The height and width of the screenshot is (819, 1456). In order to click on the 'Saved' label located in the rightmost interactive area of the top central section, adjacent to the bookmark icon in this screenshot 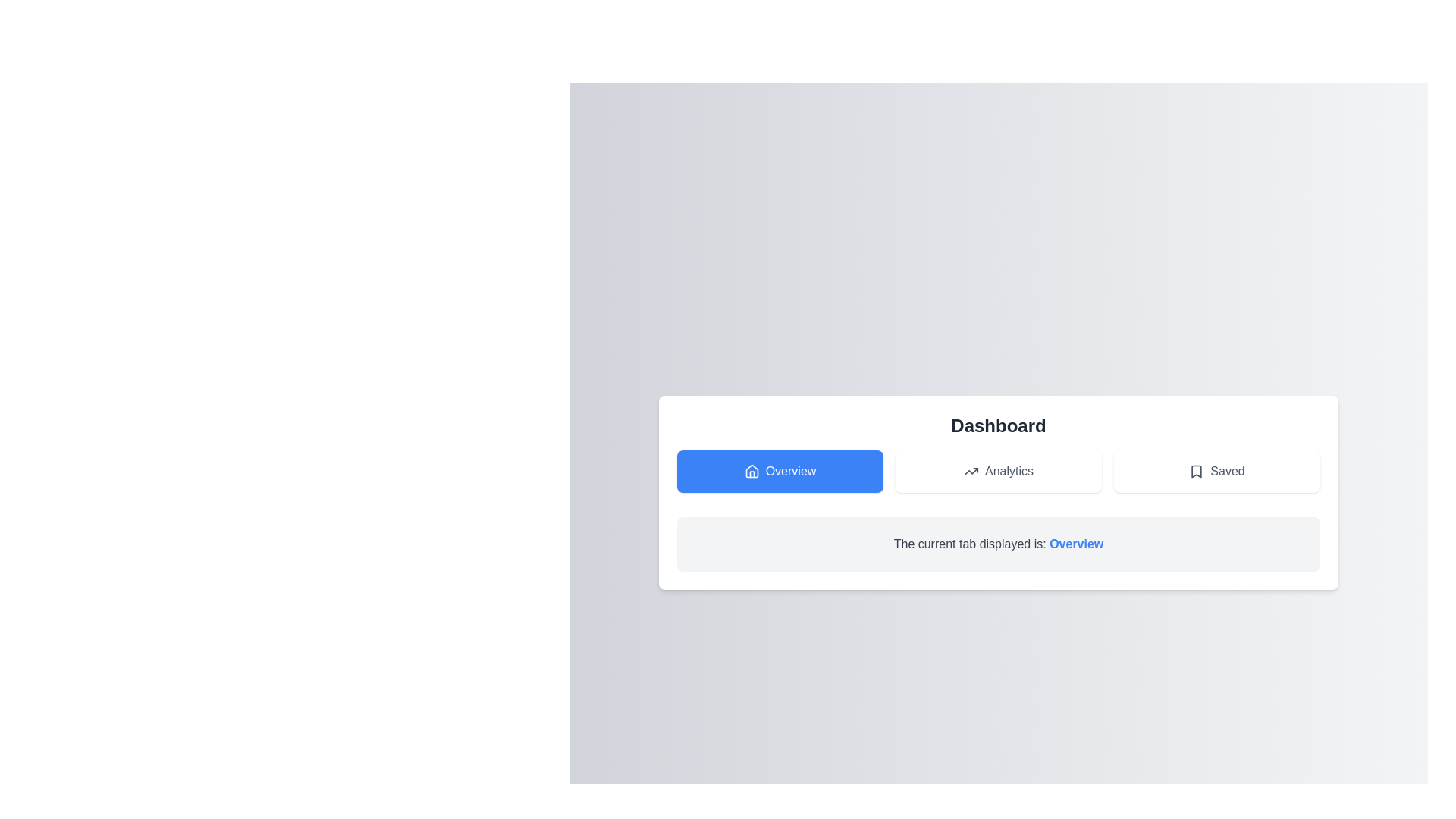, I will do `click(1227, 470)`.